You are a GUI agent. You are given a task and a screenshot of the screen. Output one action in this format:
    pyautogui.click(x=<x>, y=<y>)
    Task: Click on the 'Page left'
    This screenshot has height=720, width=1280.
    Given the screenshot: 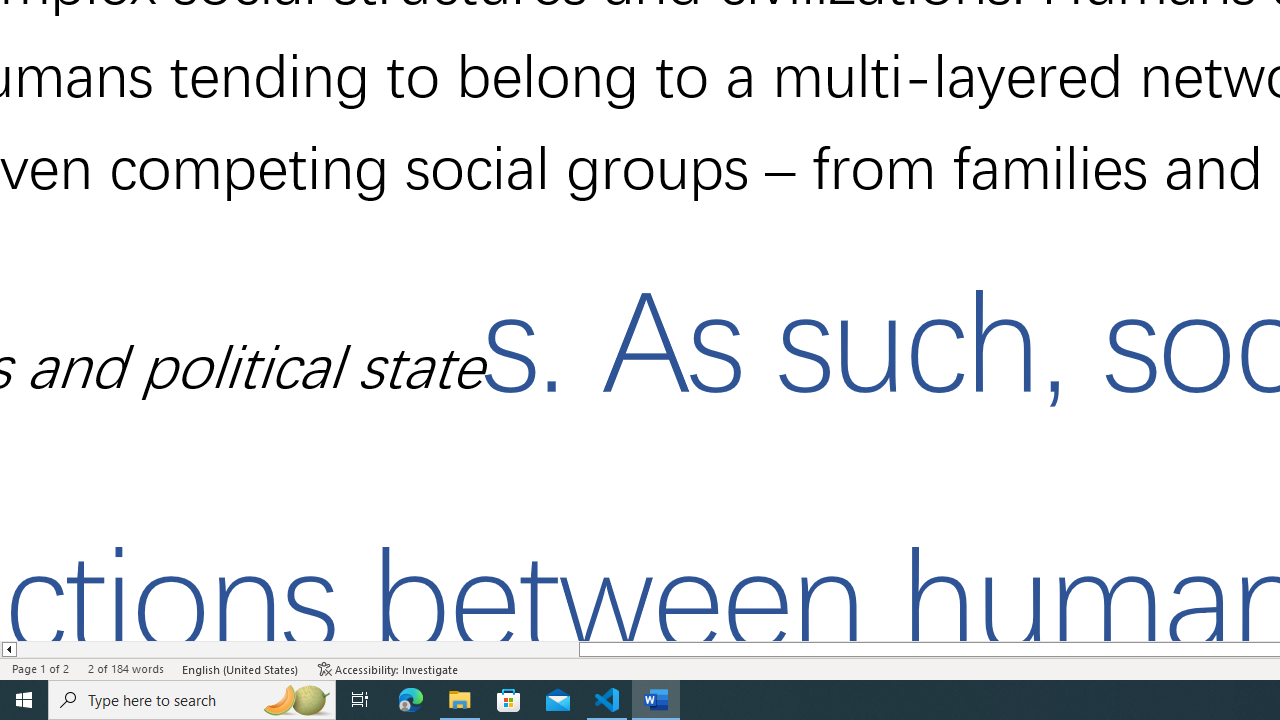 What is the action you would take?
    pyautogui.click(x=296, y=649)
    